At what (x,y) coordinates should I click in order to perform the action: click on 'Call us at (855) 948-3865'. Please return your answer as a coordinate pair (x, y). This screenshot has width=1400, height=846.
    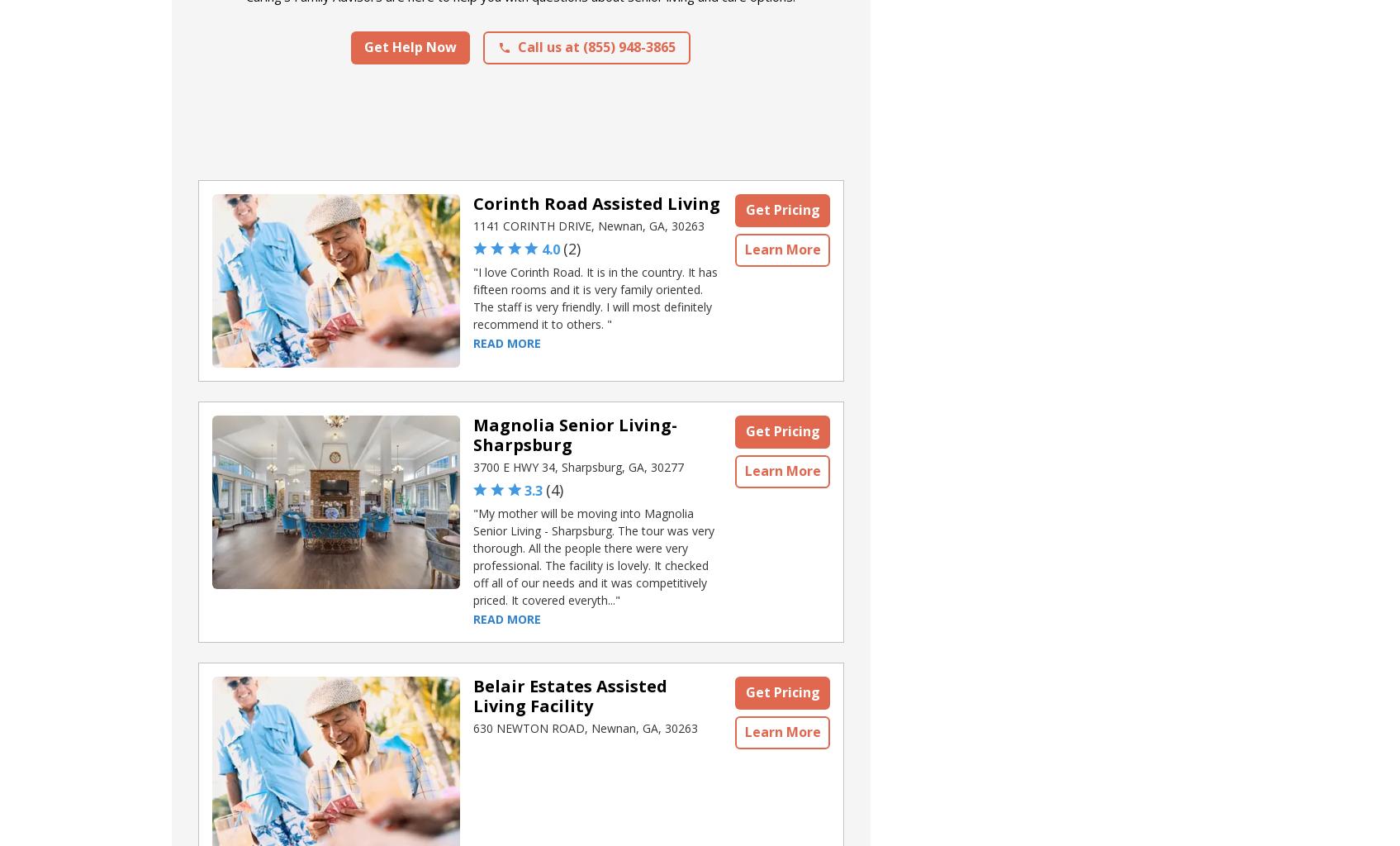
    Looking at the image, I should click on (596, 46).